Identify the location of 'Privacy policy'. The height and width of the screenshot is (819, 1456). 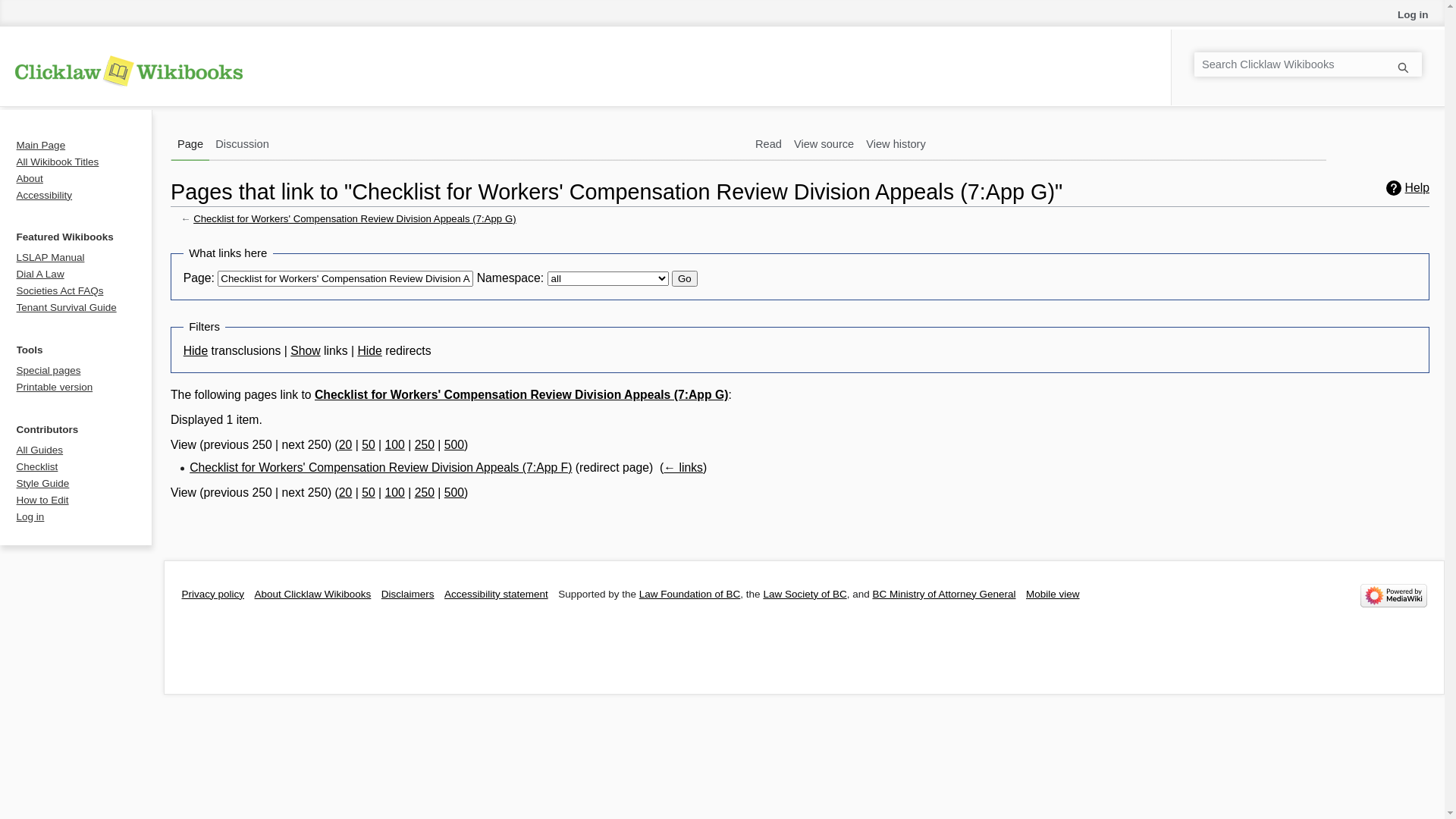
(212, 593).